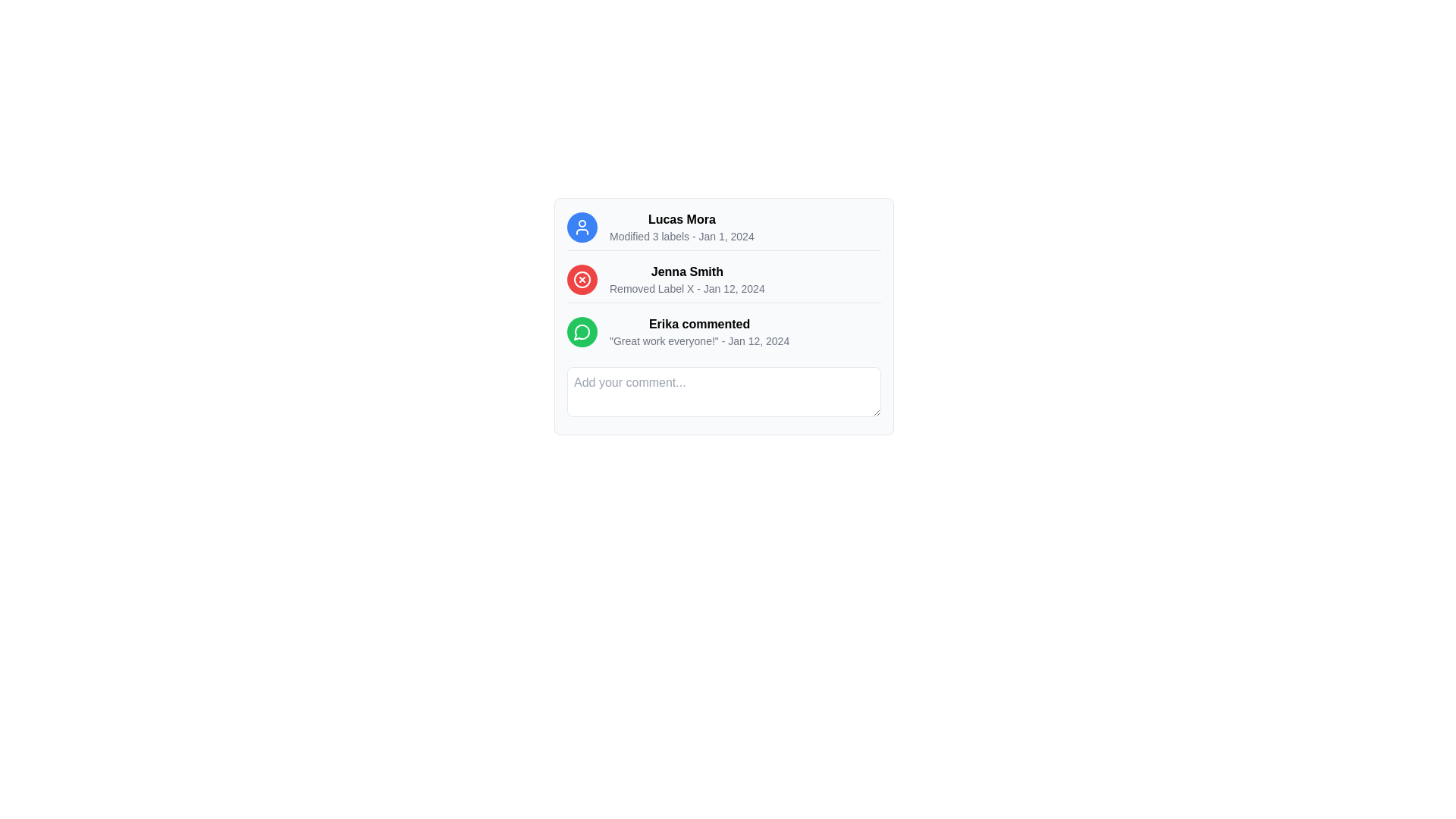 The height and width of the screenshot is (819, 1456). I want to click on the activity update text block that logs the action taken by 'Jenna Smith' regarding the removal of 'Label X', so click(686, 280).